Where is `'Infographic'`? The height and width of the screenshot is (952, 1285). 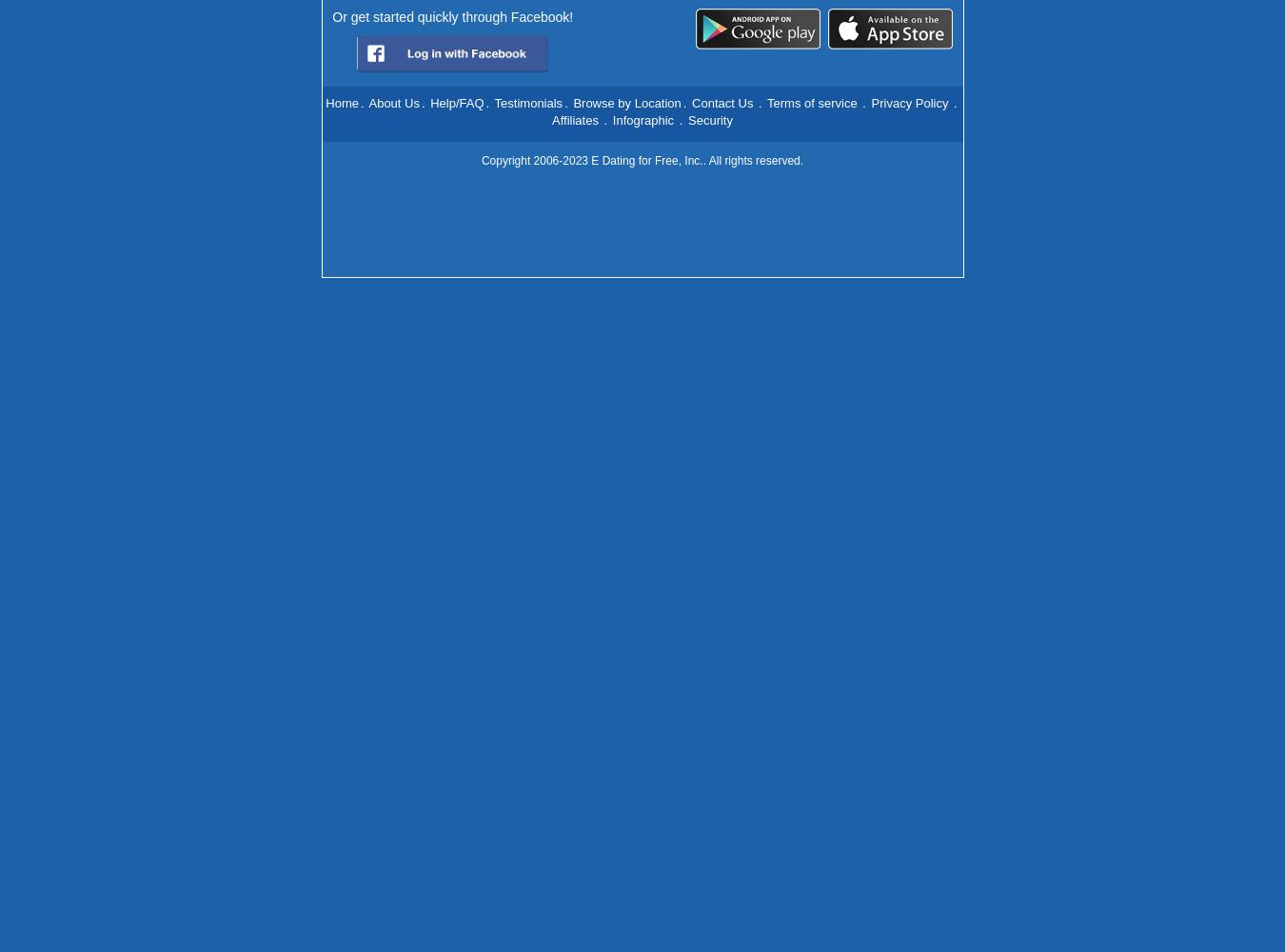
'Infographic' is located at coordinates (612, 120).